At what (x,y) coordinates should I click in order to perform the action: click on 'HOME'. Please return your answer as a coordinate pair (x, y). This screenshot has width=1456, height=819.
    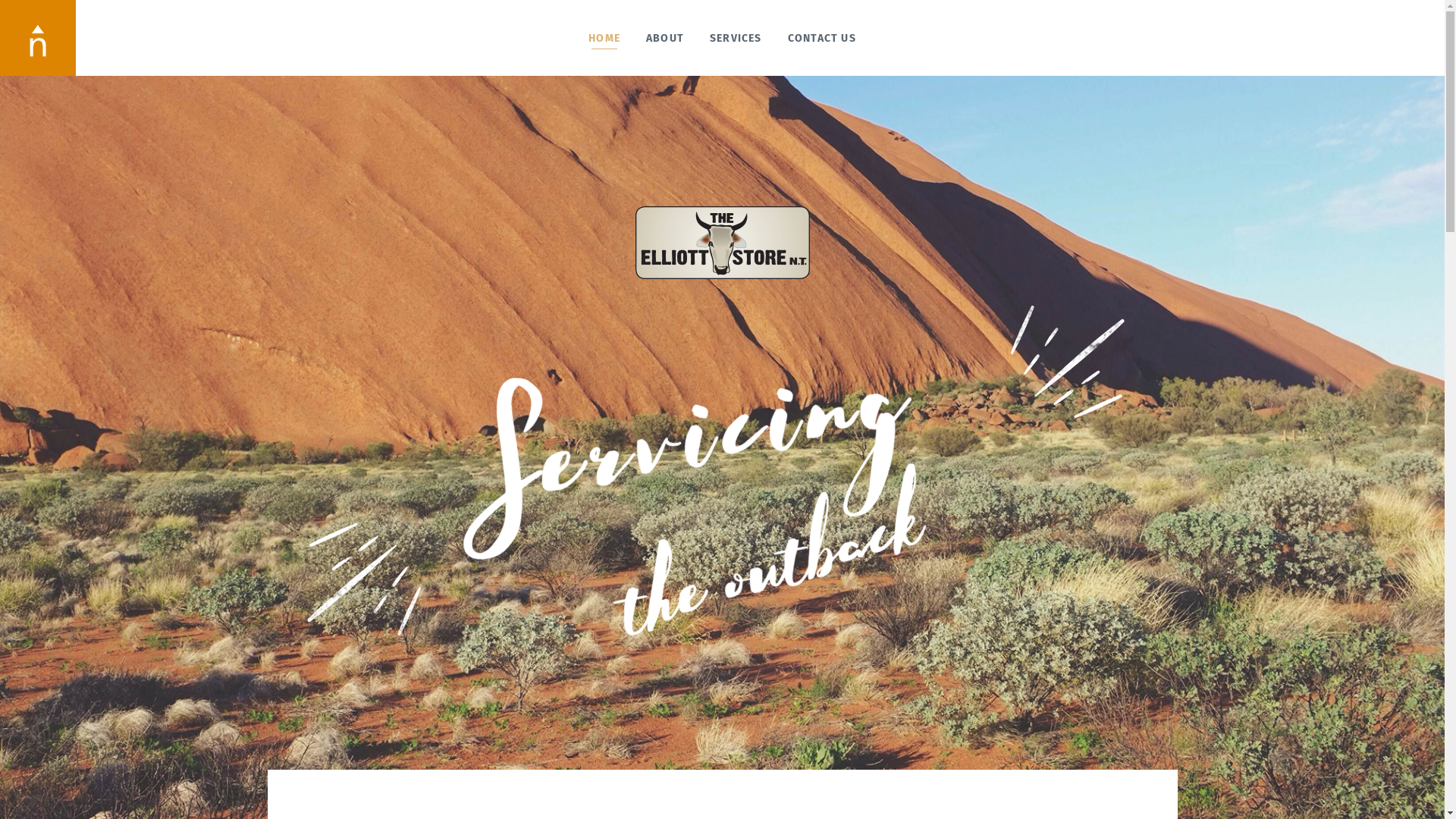
    Looking at the image, I should click on (603, 37).